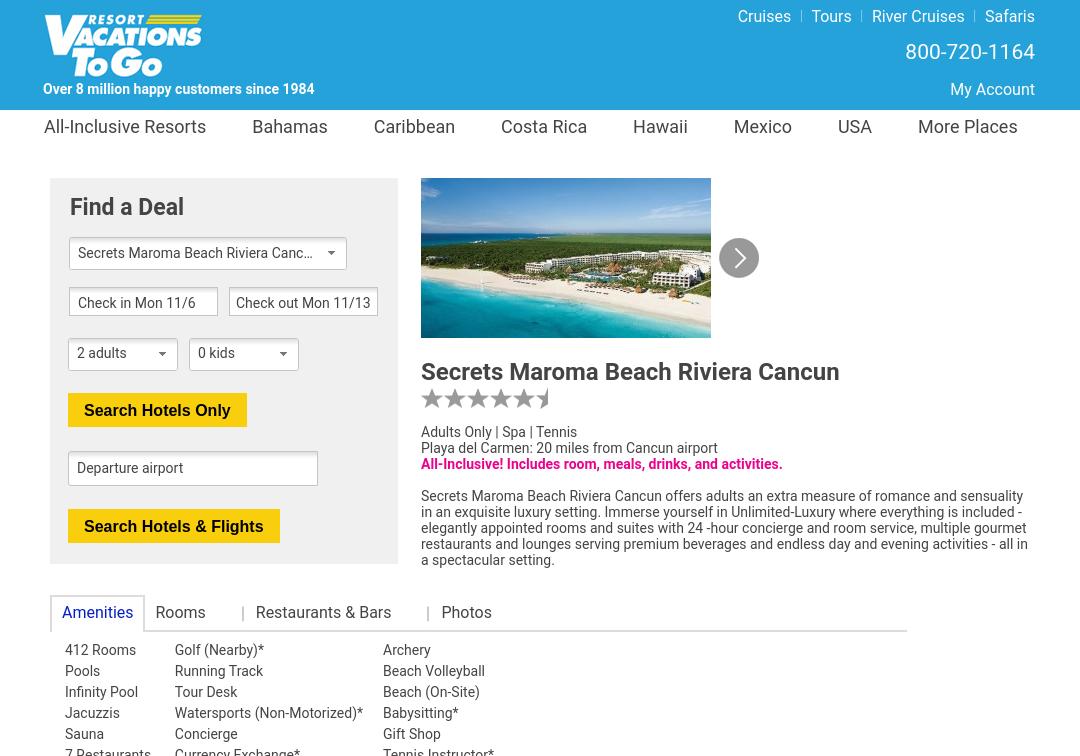 The width and height of the screenshot is (1080, 756). I want to click on 'Infinity Pool', so click(101, 691).